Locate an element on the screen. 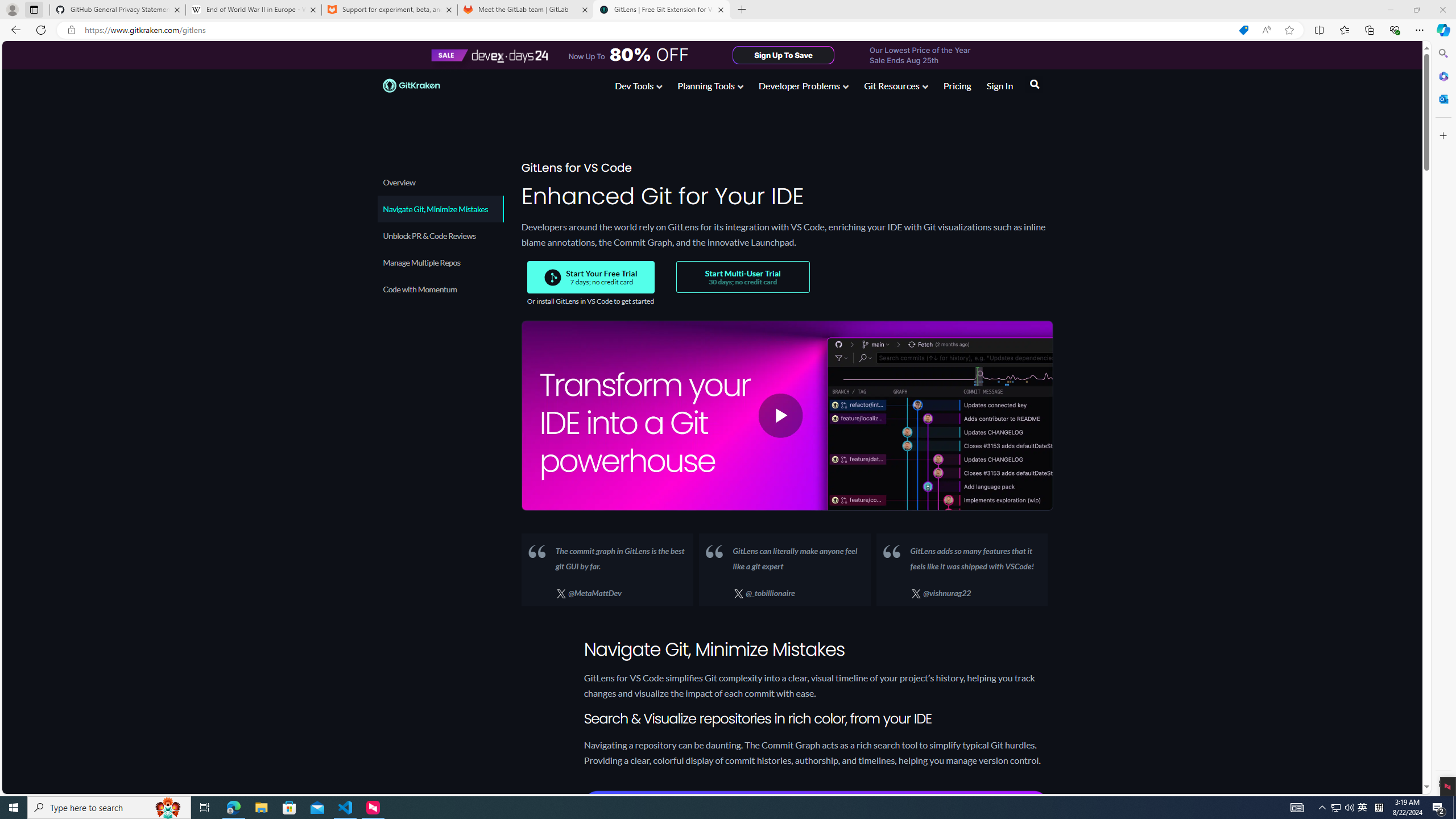 The height and width of the screenshot is (819, 1456). 'Start Multi-User Trial 30 days; no credit card' is located at coordinates (742, 276).